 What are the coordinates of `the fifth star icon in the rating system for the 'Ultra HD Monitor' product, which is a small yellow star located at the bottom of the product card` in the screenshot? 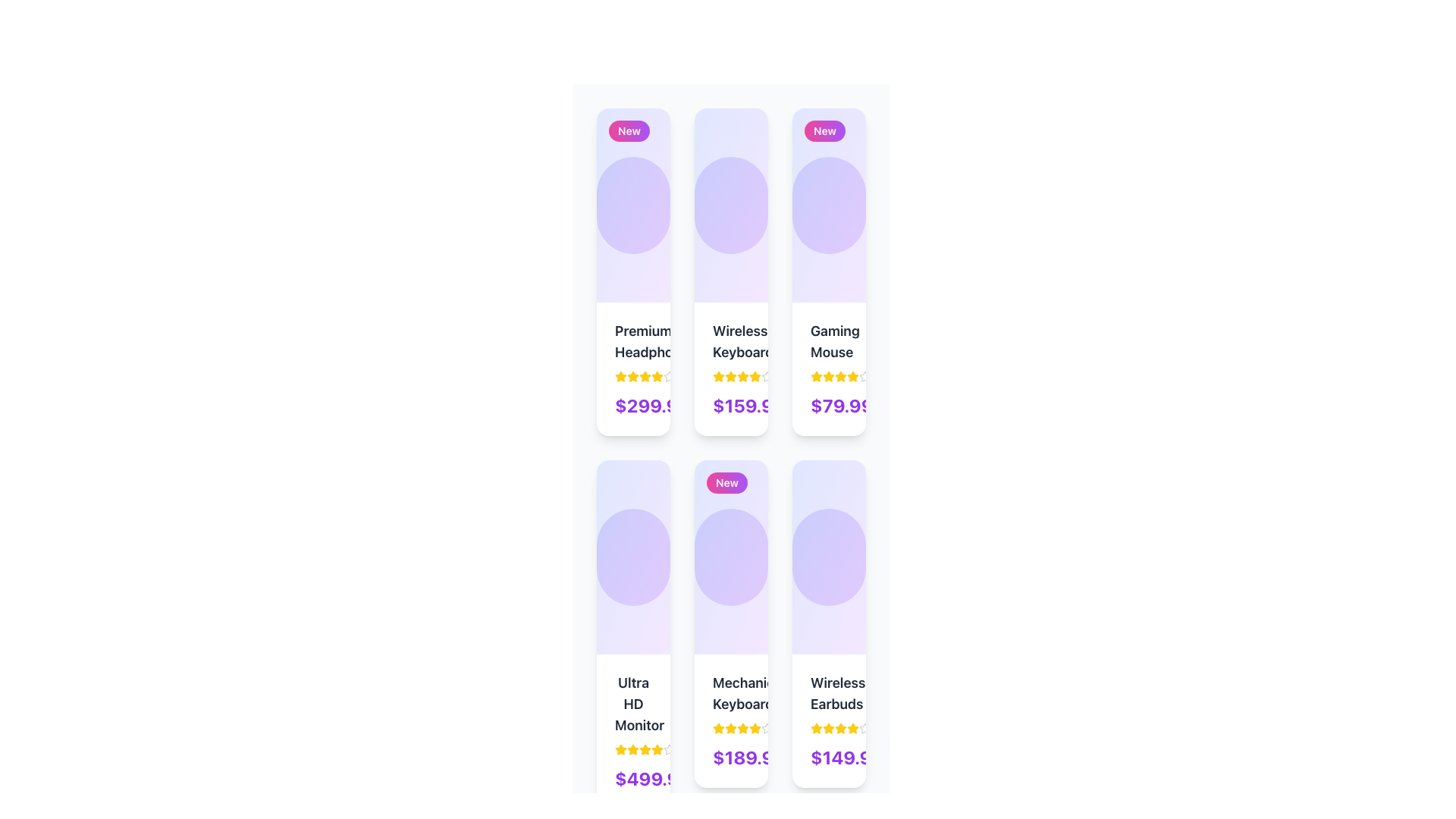 It's located at (657, 748).